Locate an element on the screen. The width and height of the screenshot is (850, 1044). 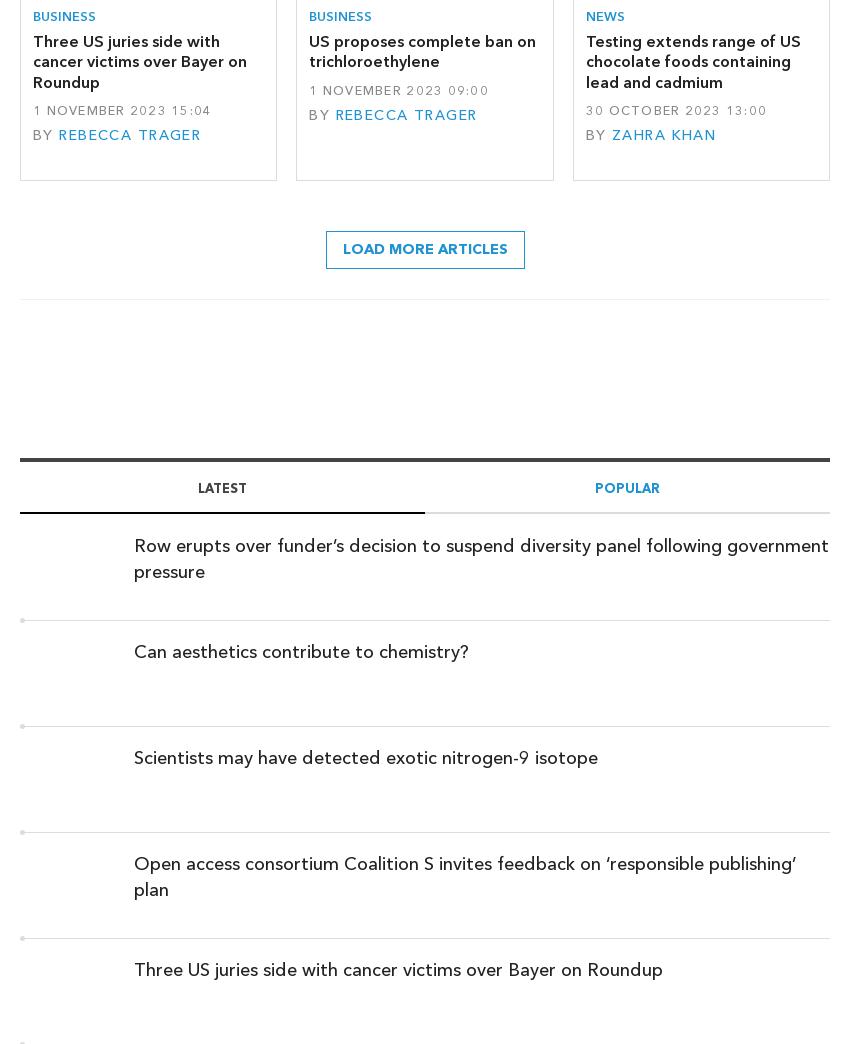
'1 November 2023 15:04' is located at coordinates (121, 109).